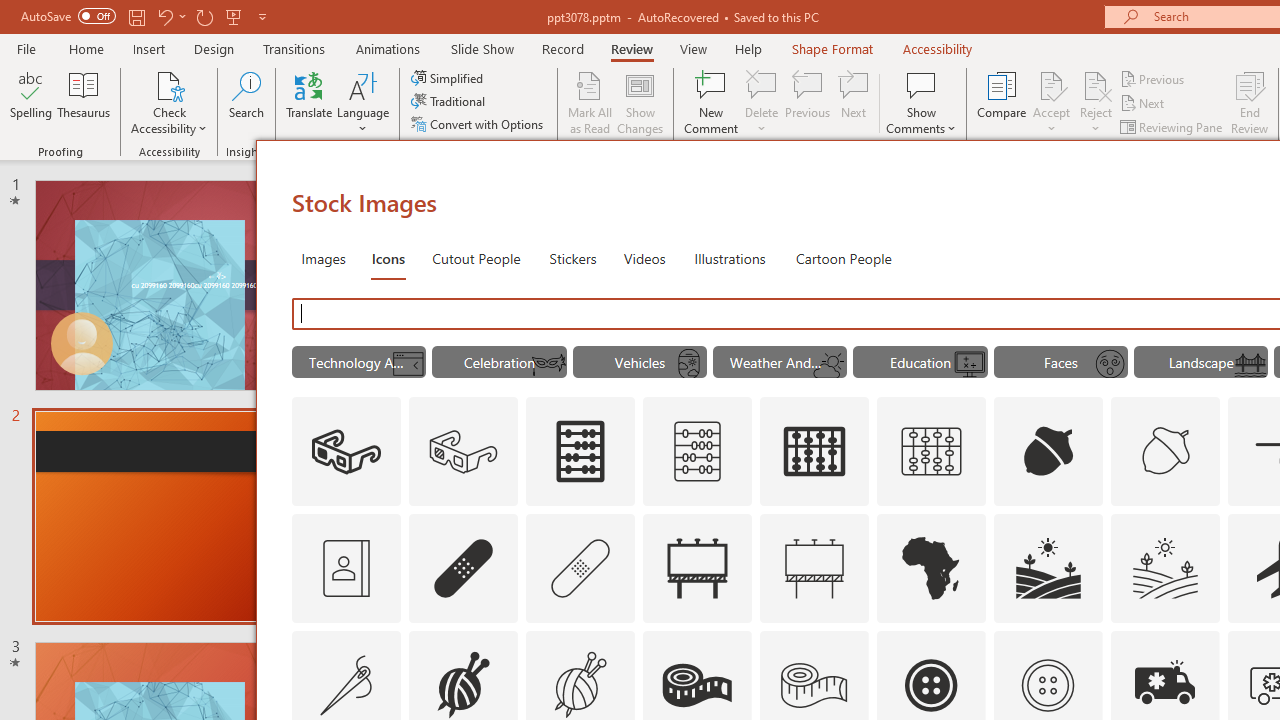  What do you see at coordinates (729, 257) in the screenshot?
I see `'Illustrations'` at bounding box center [729, 257].